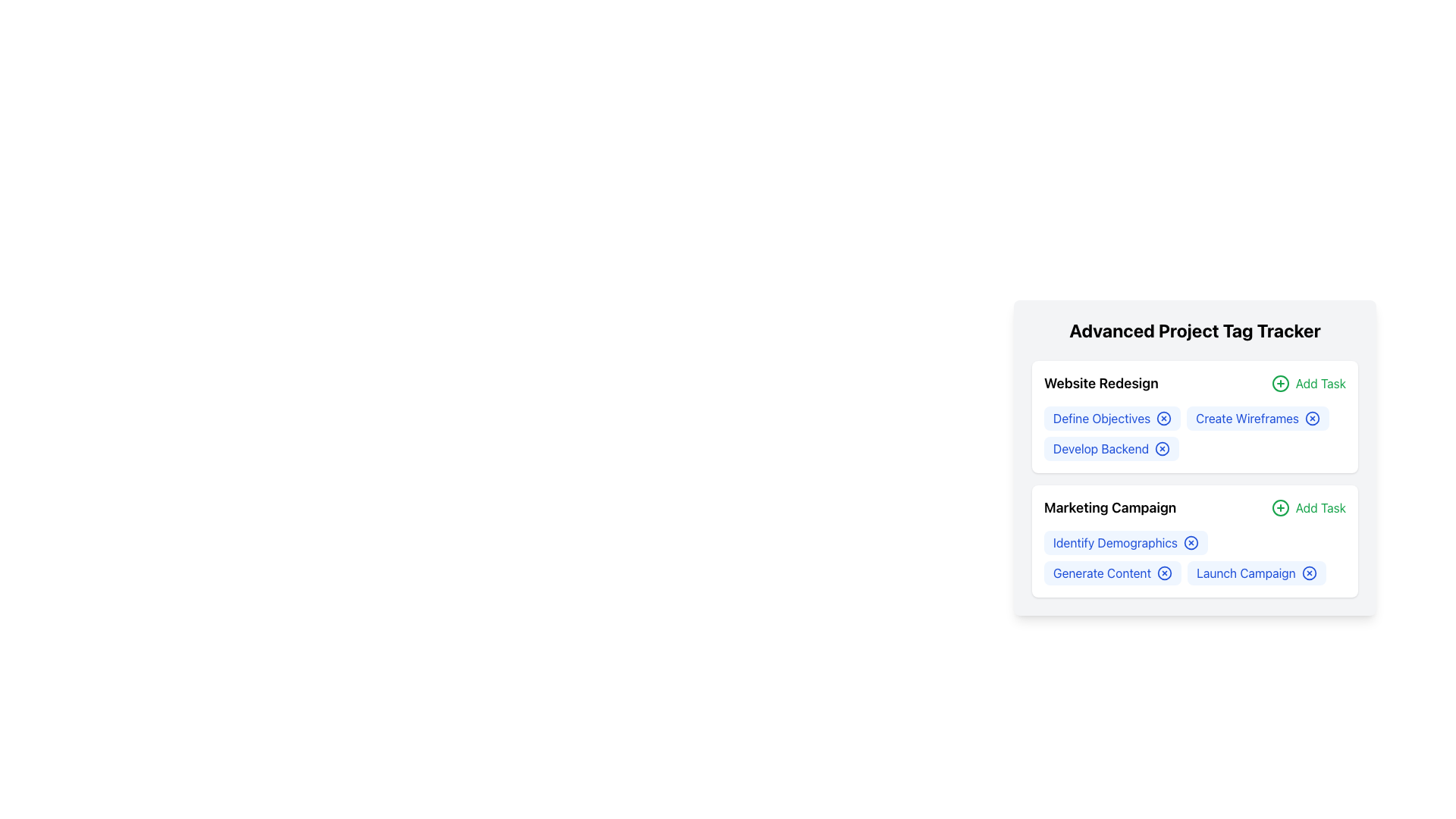 The image size is (1456, 819). Describe the element at coordinates (1191, 542) in the screenshot. I see `the close button (symbol-based interactive icon) next to the 'Identify Demographics' task in the 'Marketing Campaign' section` at that location.